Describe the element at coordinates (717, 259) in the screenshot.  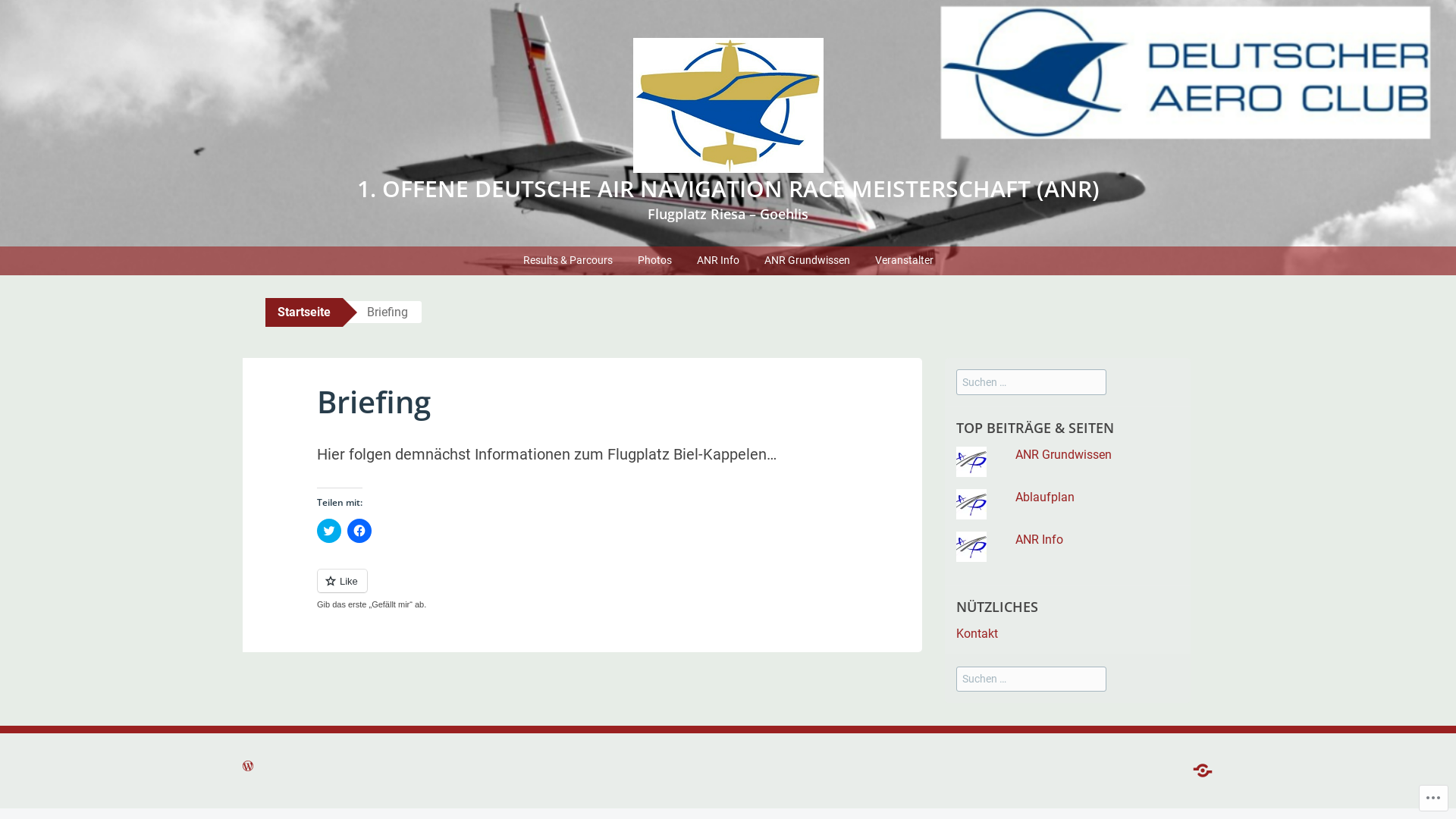
I see `'ANR Info'` at that location.